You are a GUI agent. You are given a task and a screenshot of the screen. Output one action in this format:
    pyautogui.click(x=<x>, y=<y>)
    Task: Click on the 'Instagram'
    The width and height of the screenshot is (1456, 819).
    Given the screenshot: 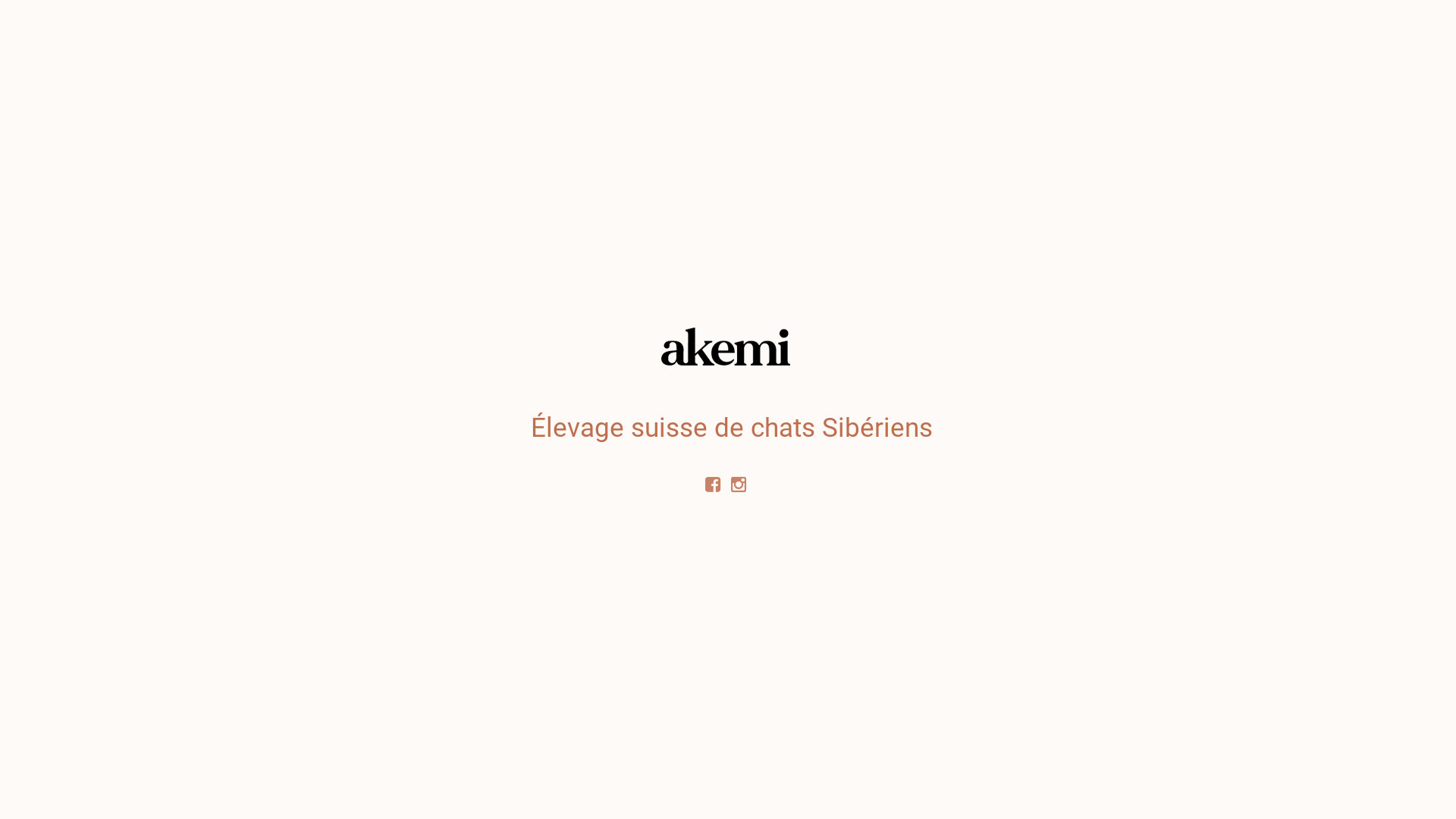 What is the action you would take?
    pyautogui.click(x=741, y=483)
    